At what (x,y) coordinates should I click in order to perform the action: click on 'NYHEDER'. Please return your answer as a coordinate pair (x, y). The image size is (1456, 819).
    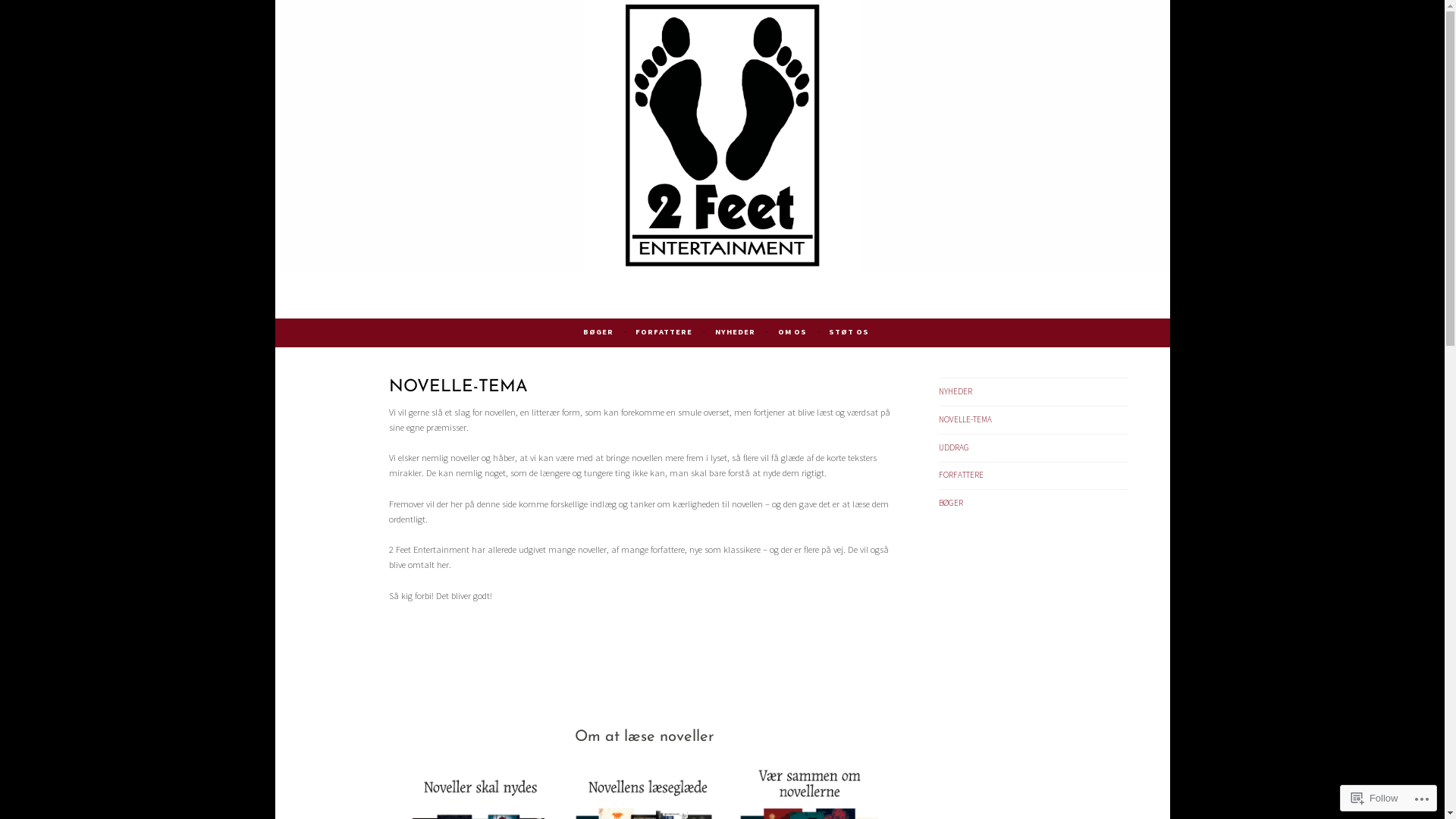
    Looking at the image, I should click on (735, 331).